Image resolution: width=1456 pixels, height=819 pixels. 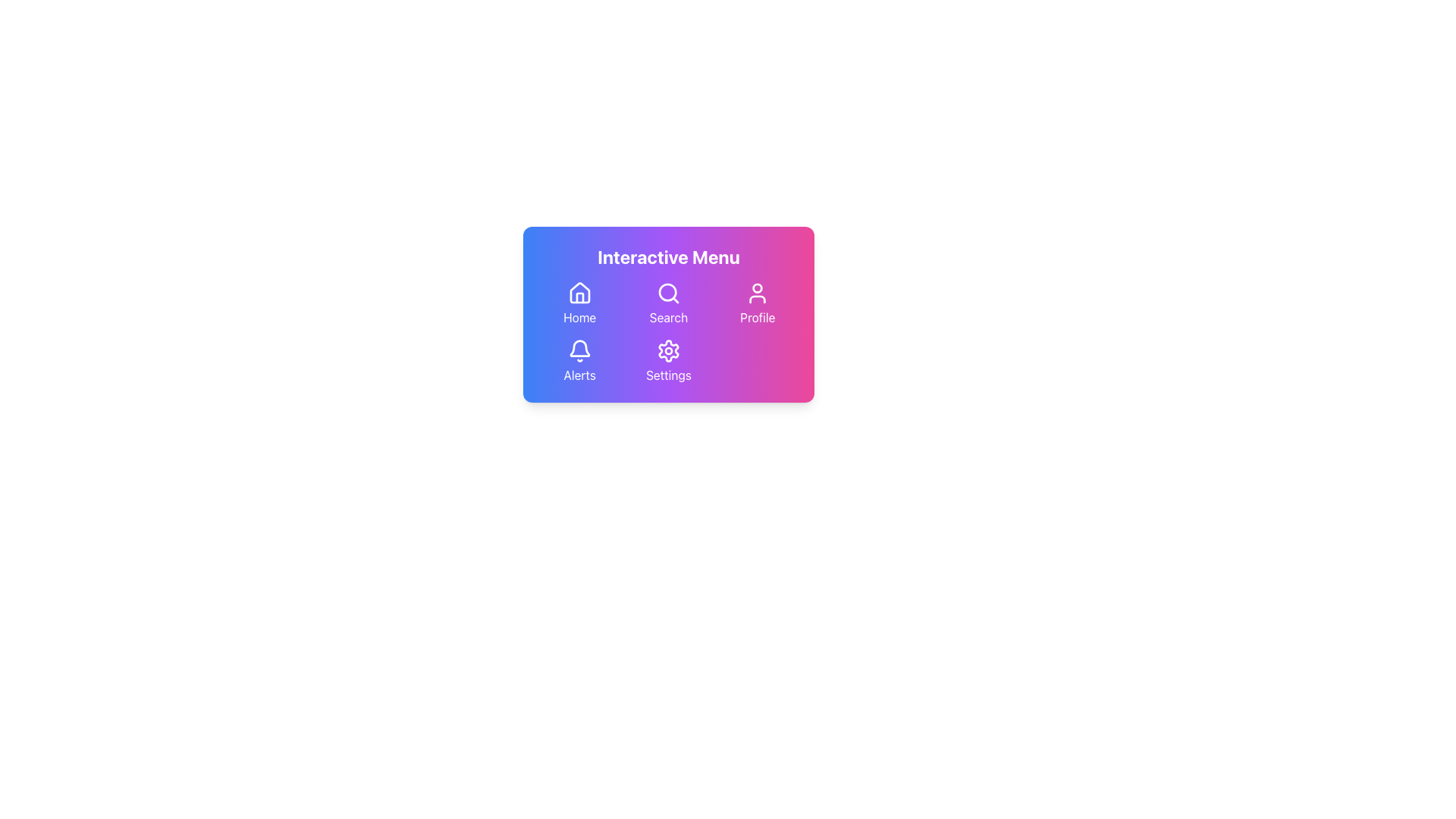 I want to click on the 'Profile' button, which features a white profile icon above the text 'Profile', located in the top-right portion of a minimalistic menu interface with a gradient purple background, so click(x=758, y=304).